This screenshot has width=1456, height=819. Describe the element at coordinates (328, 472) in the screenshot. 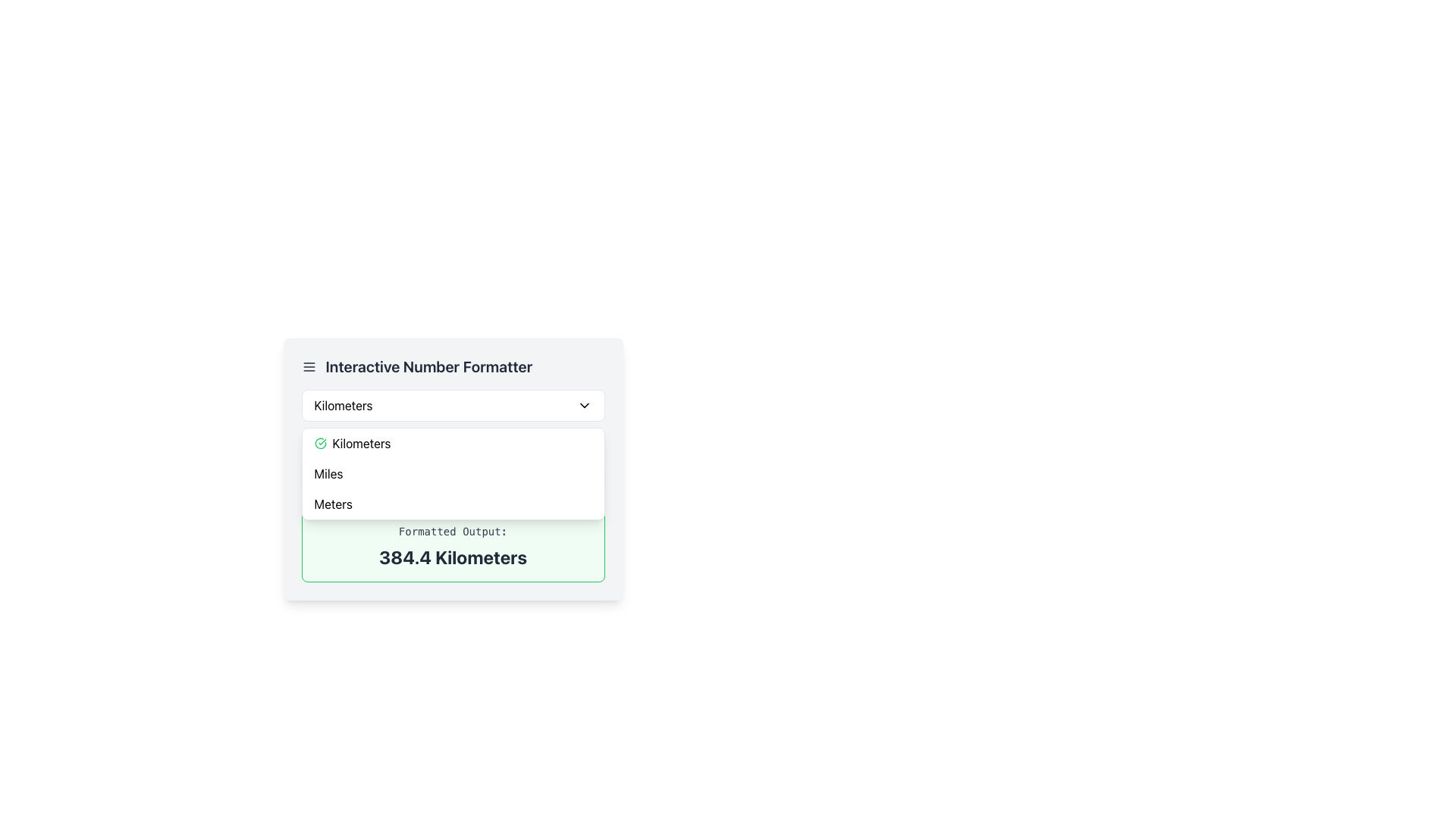

I see `the second selectable option in the dropdown menu` at that location.